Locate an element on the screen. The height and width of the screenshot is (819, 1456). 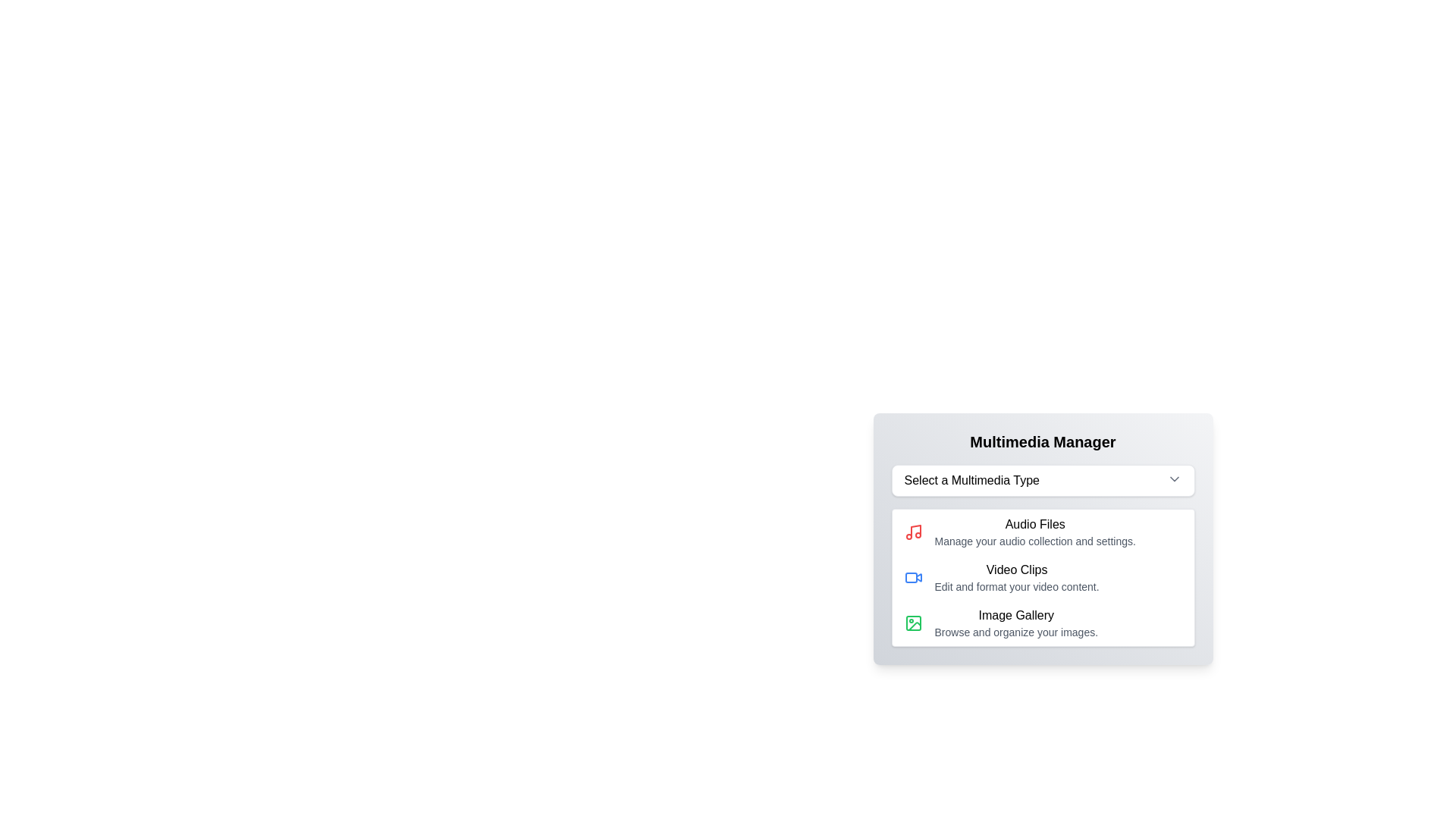
the Header Text element that describes the section related to managing audio files, located within the 'Multimedia Manager' panel beneath the 'Select a Multimedia Type' dropdown menu is located at coordinates (1034, 523).